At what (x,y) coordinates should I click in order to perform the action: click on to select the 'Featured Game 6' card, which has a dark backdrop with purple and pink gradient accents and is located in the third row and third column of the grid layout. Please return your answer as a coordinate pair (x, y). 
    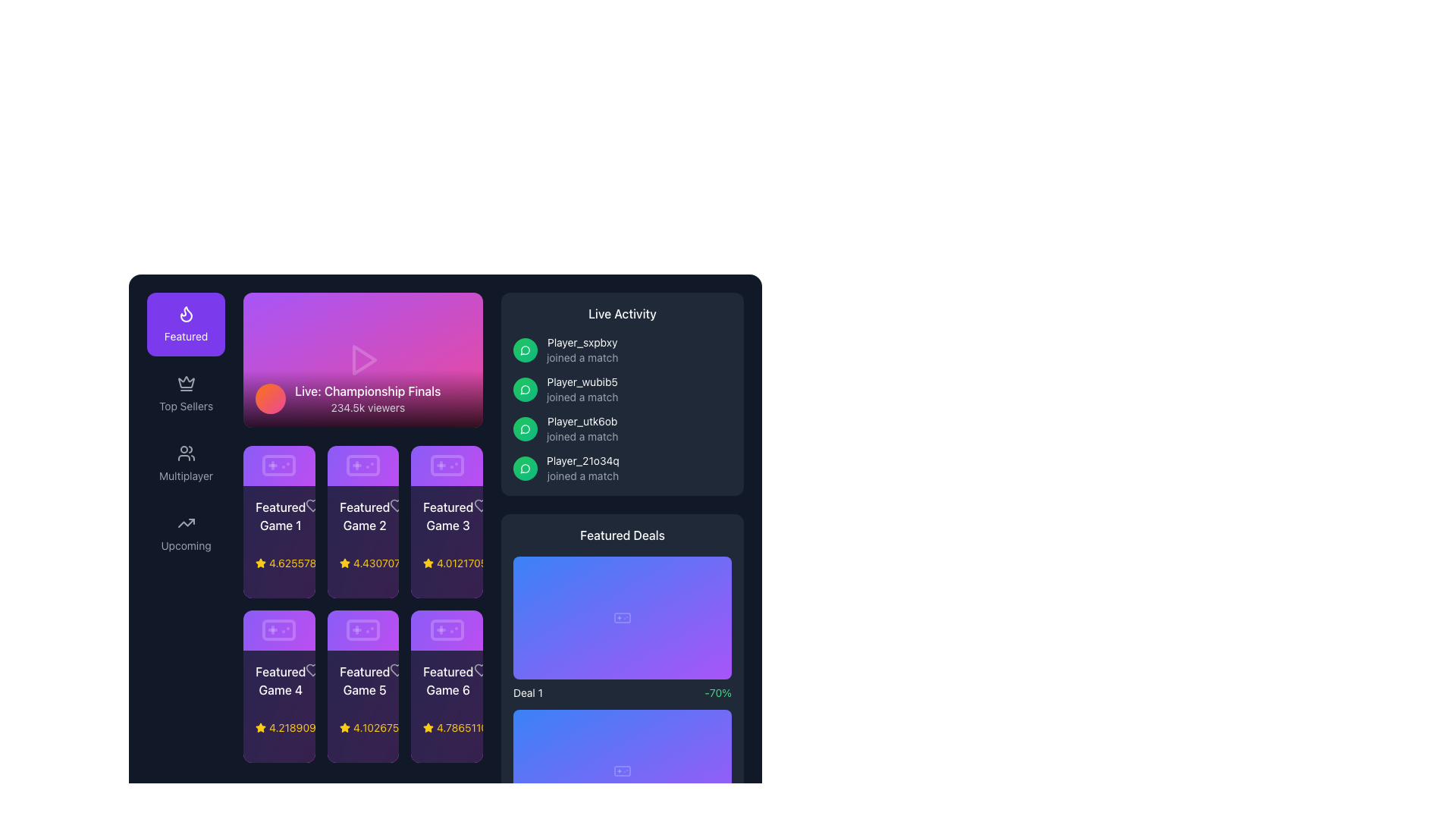
    Looking at the image, I should click on (446, 686).